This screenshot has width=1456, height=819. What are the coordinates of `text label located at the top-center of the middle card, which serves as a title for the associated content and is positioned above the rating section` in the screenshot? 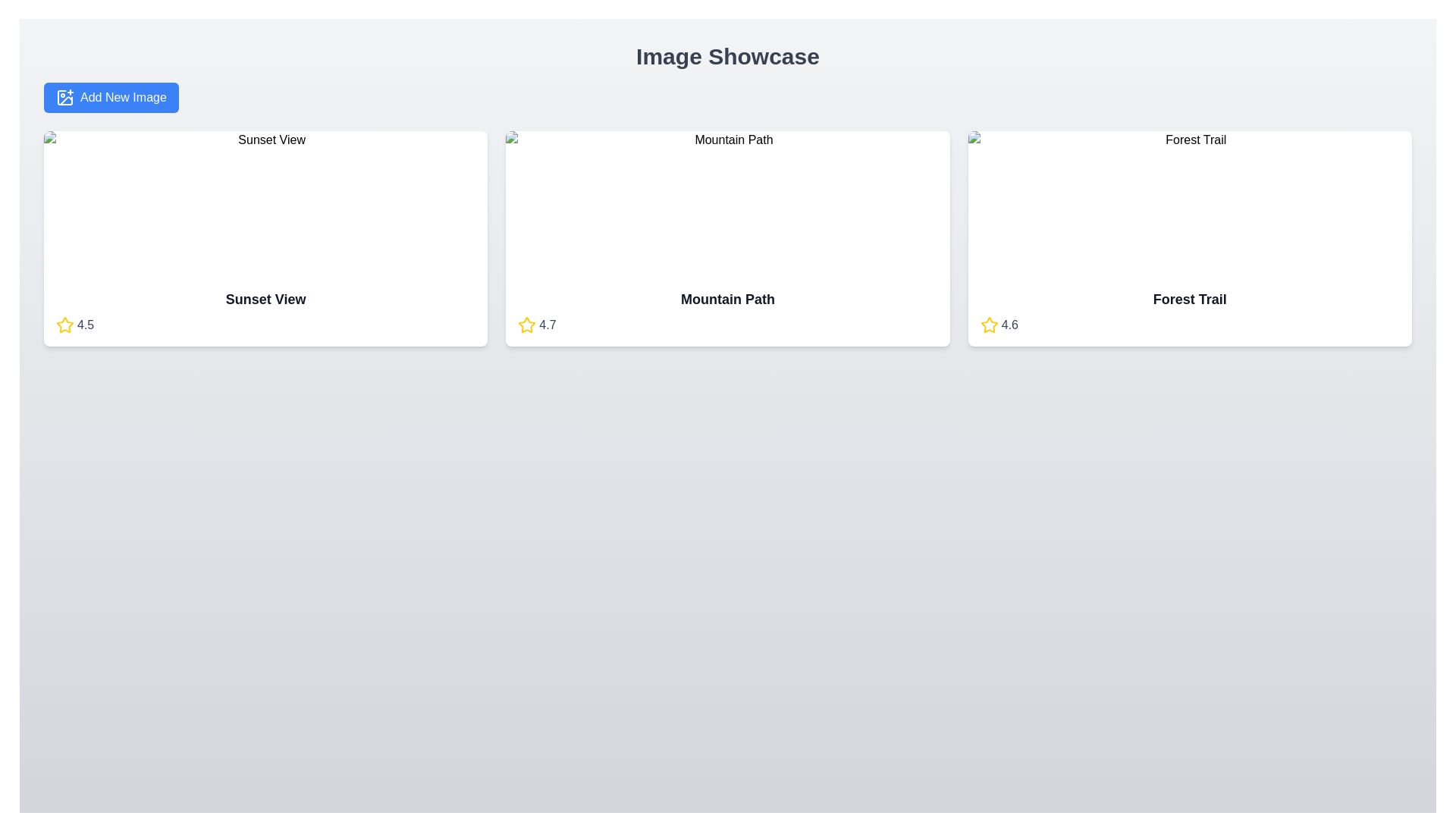 It's located at (728, 299).